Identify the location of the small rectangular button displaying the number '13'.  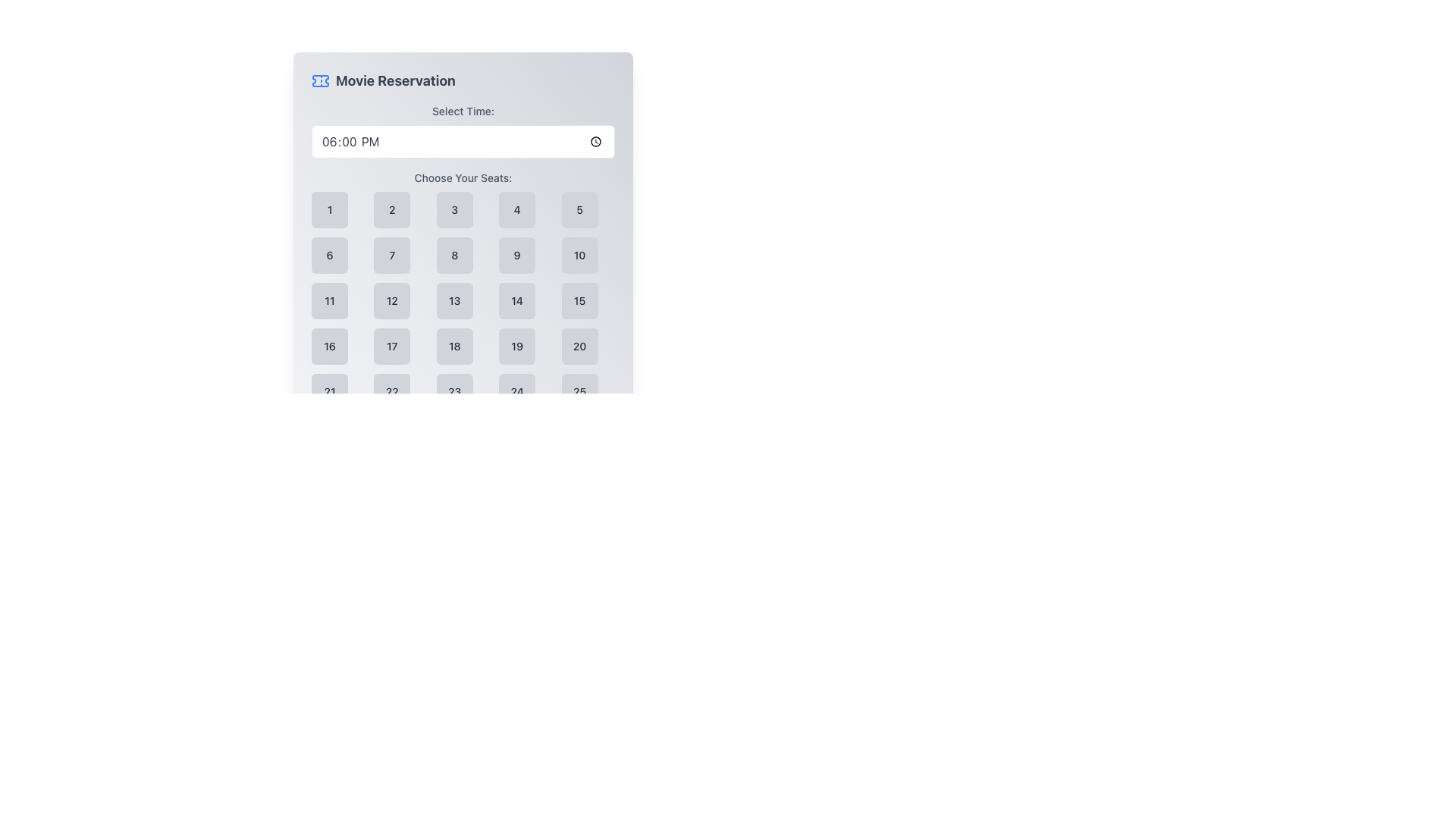
(453, 301).